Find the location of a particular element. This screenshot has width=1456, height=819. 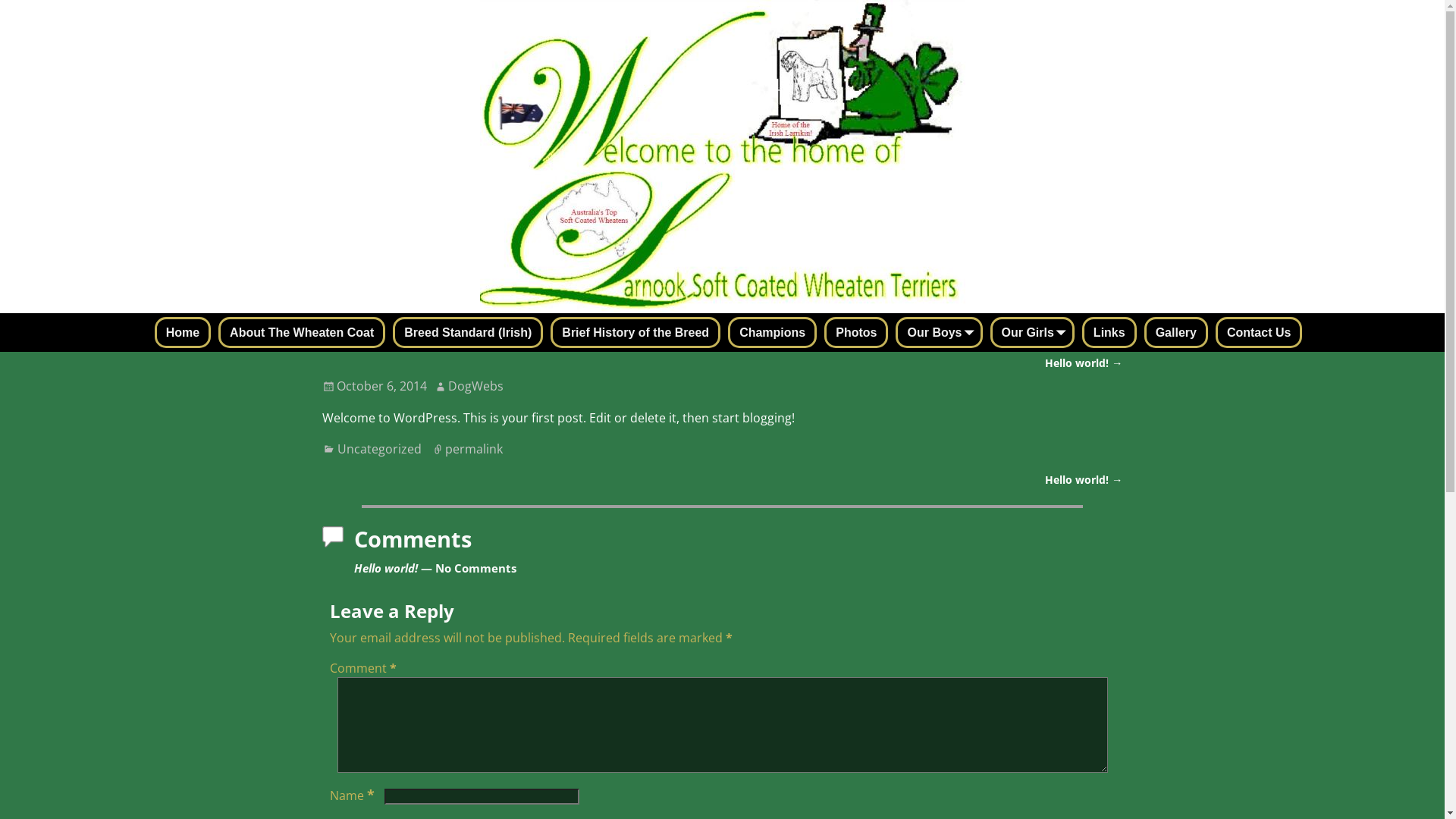

'Champions' is located at coordinates (772, 331).